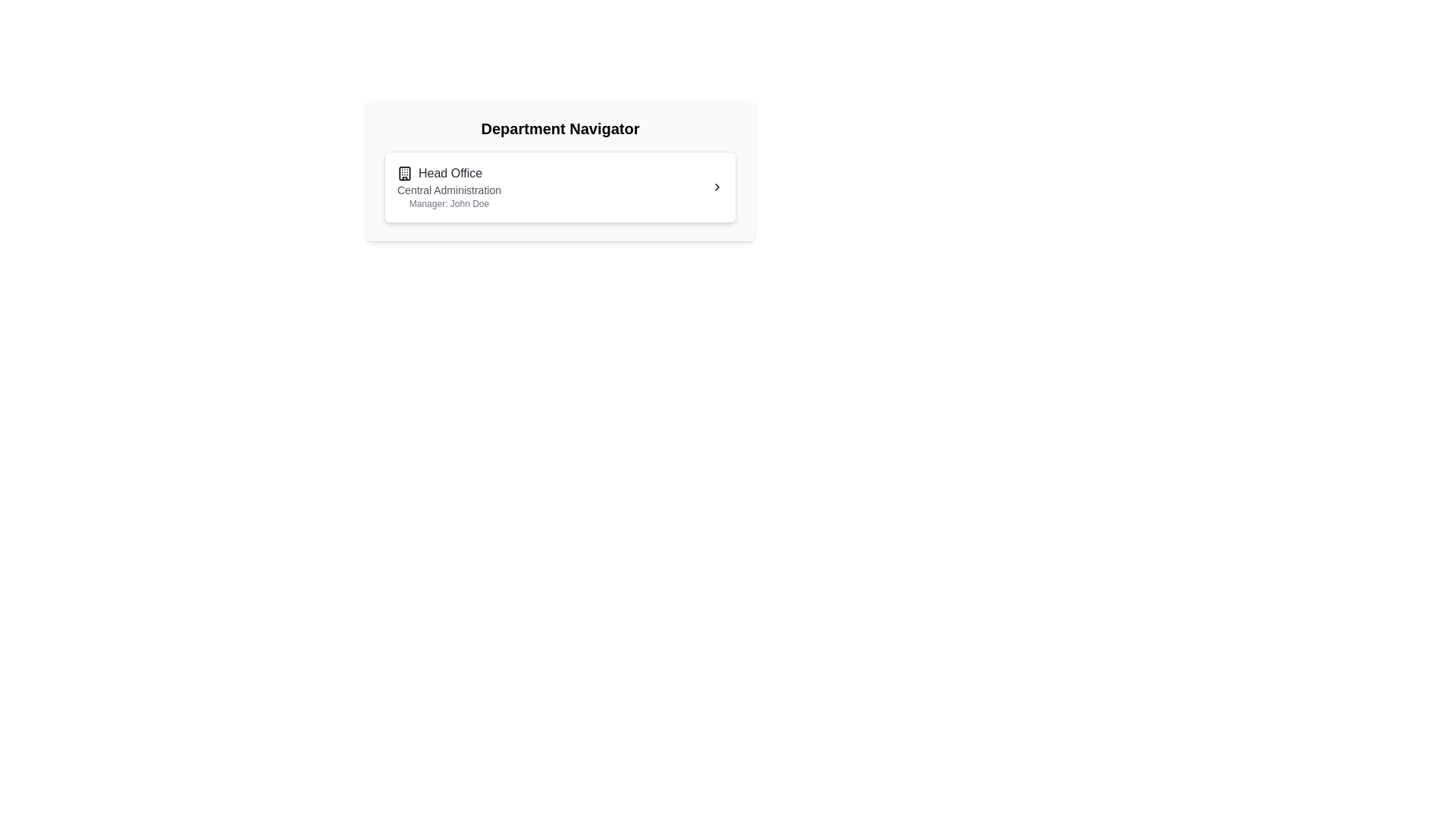  What do you see at coordinates (448, 203) in the screenshot?
I see `the static text label indicating the manager's name 'John Doe' associated with 'Head Office'` at bounding box center [448, 203].